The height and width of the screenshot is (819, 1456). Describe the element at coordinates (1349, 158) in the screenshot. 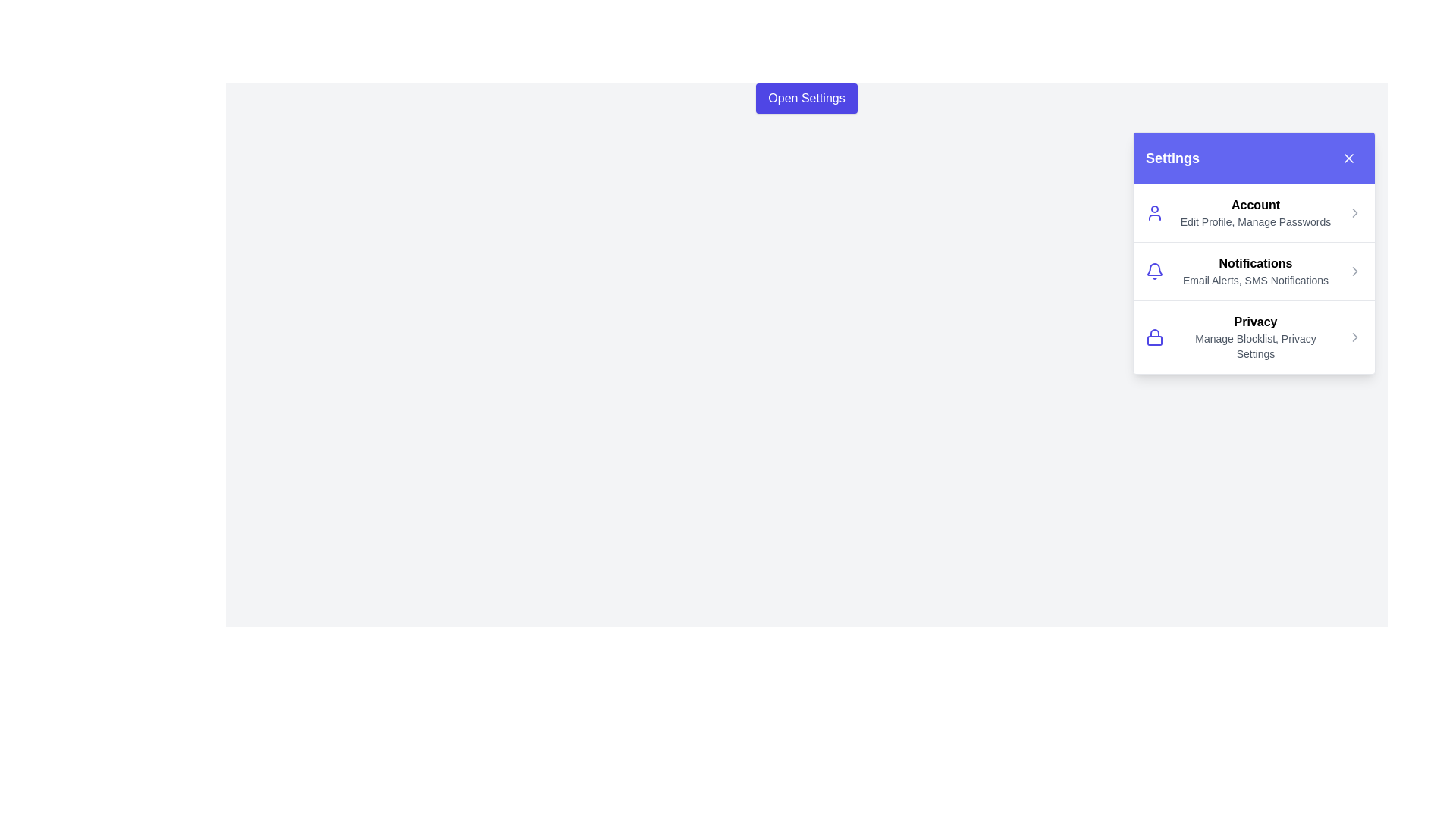

I see `the black diagonal line forming part of the 'X' close icon located at the top-right corner of the 'Settings' panel` at that location.